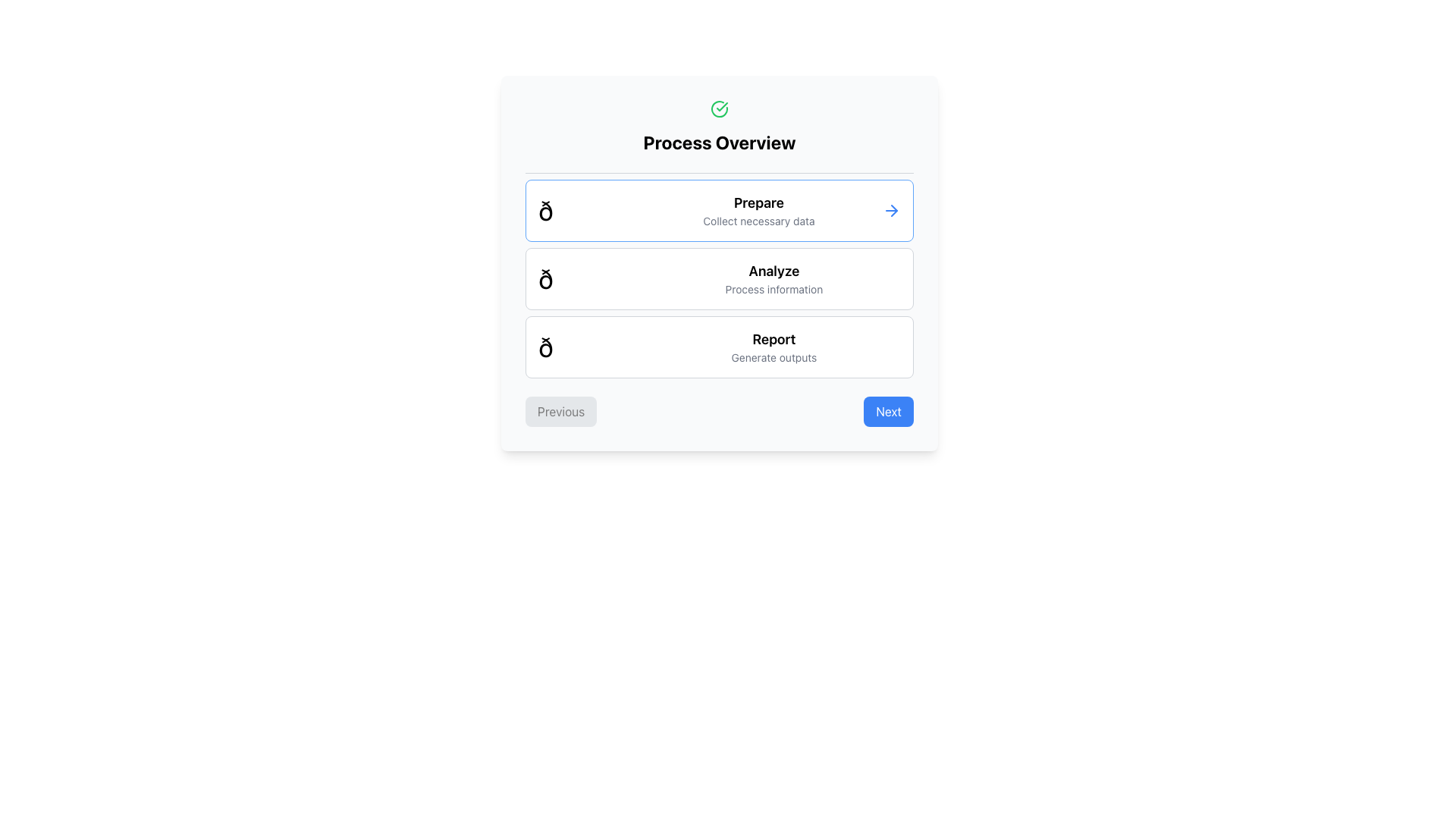 Image resolution: width=1456 pixels, height=819 pixels. Describe the element at coordinates (719, 347) in the screenshot. I see `the 'Report' stage informational card, which displays 'Generate outputs' and is the third card in a vertical column of three cards` at that location.